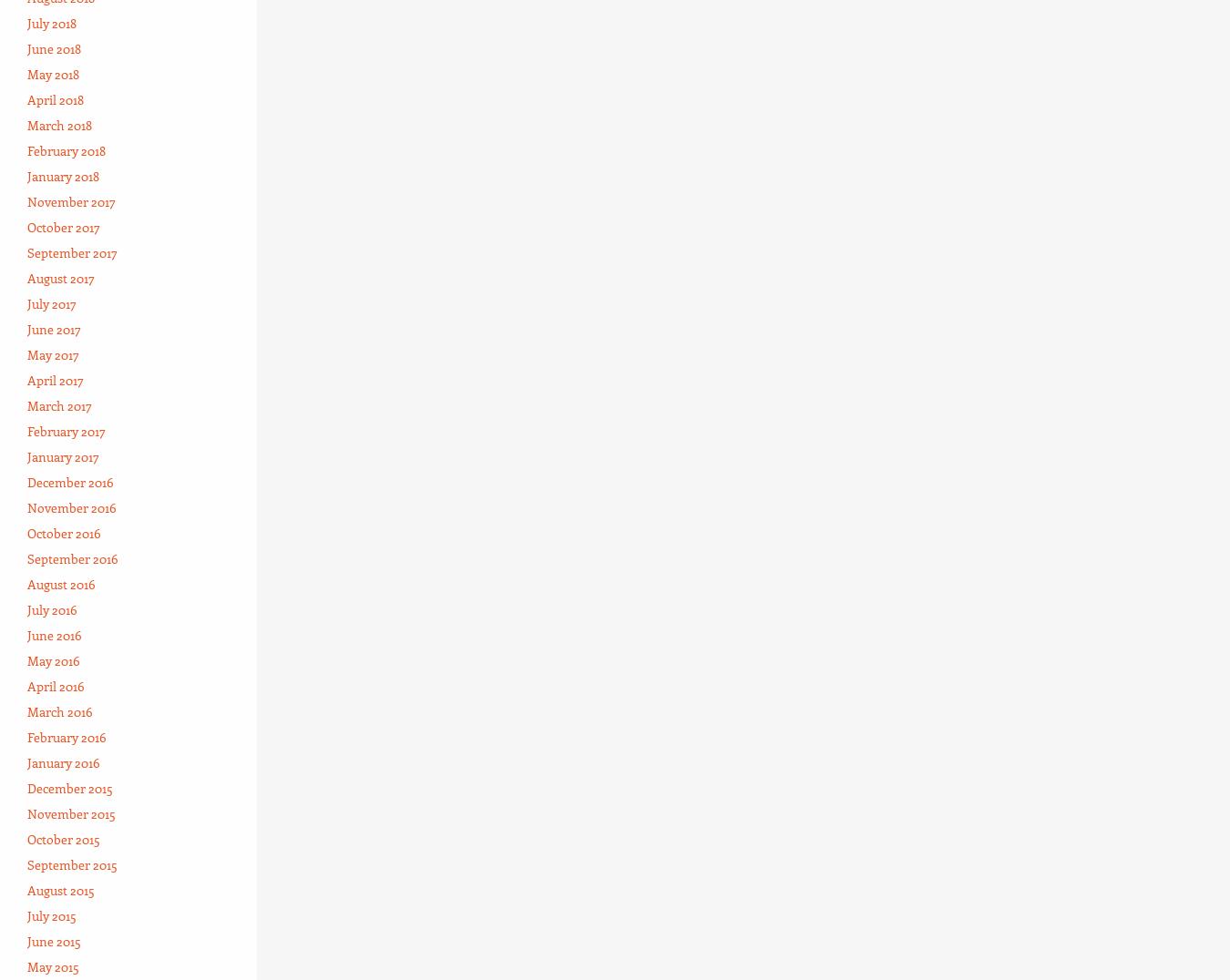 This screenshot has height=980, width=1230. What do you see at coordinates (70, 505) in the screenshot?
I see `'November 2016'` at bounding box center [70, 505].